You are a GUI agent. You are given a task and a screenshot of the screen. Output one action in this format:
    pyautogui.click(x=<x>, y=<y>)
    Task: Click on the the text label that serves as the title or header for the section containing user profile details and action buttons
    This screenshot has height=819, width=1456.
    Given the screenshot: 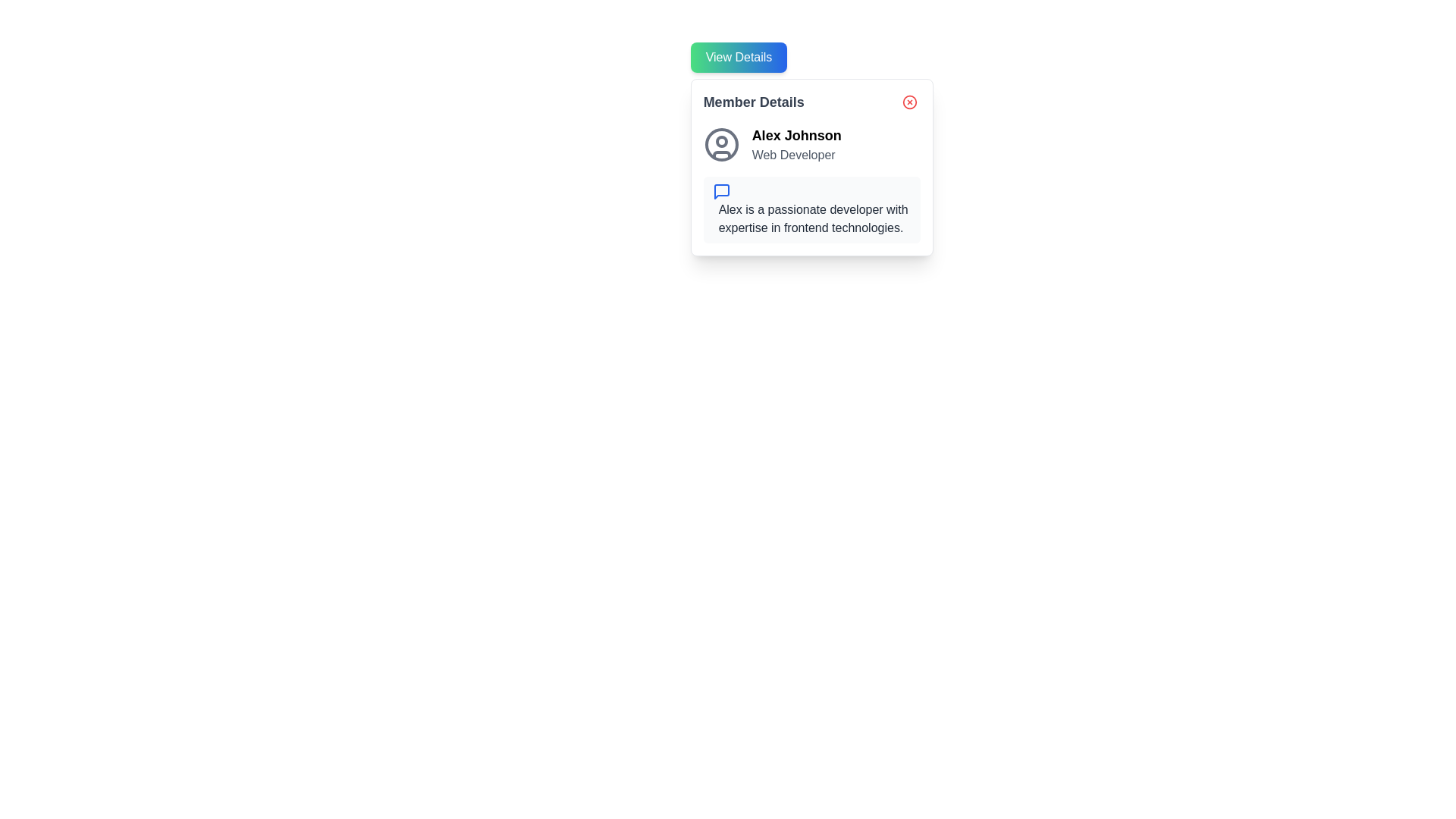 What is the action you would take?
    pyautogui.click(x=754, y=102)
    